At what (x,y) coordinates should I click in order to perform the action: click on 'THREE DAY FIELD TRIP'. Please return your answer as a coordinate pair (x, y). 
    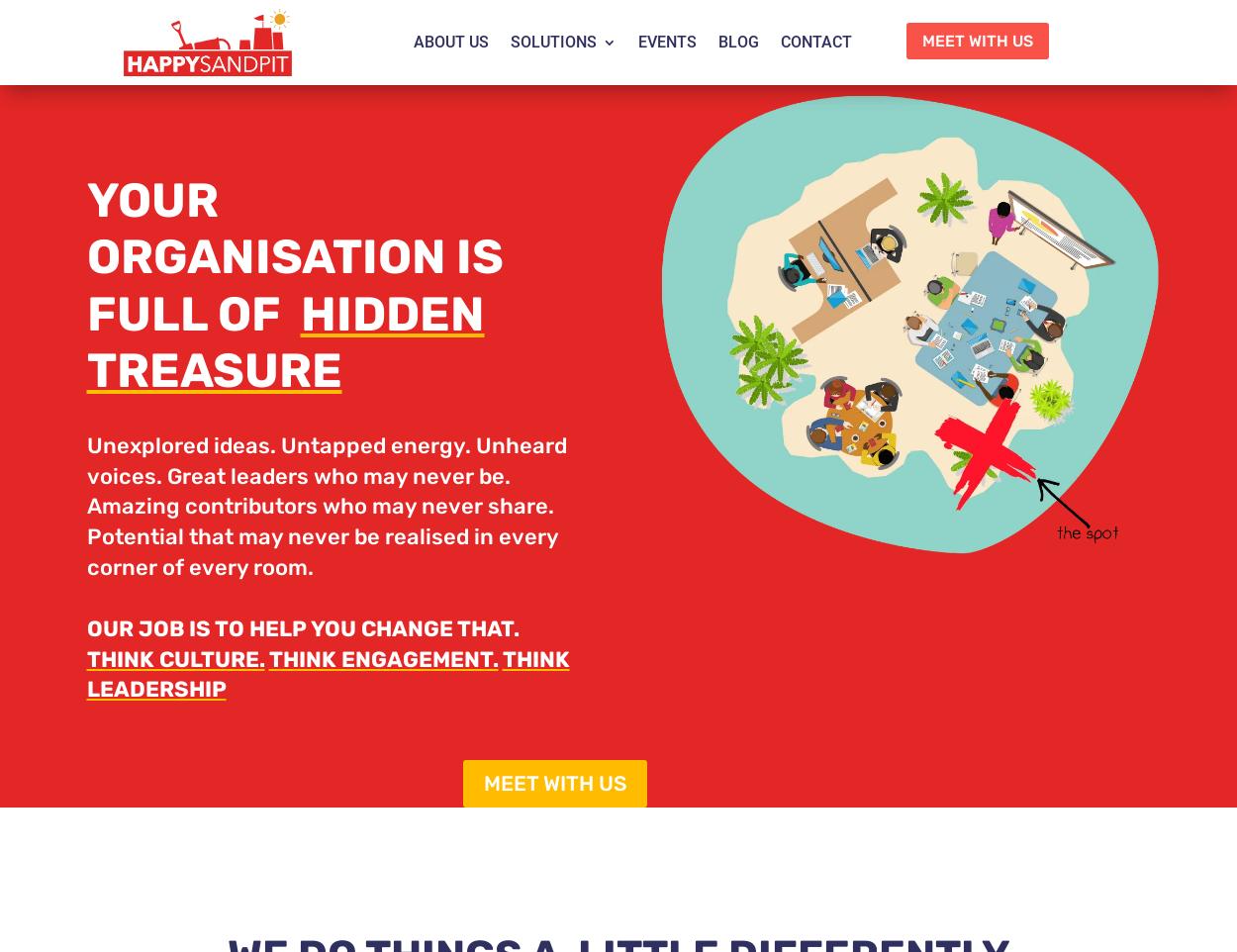
    Looking at the image, I should click on (622, 239).